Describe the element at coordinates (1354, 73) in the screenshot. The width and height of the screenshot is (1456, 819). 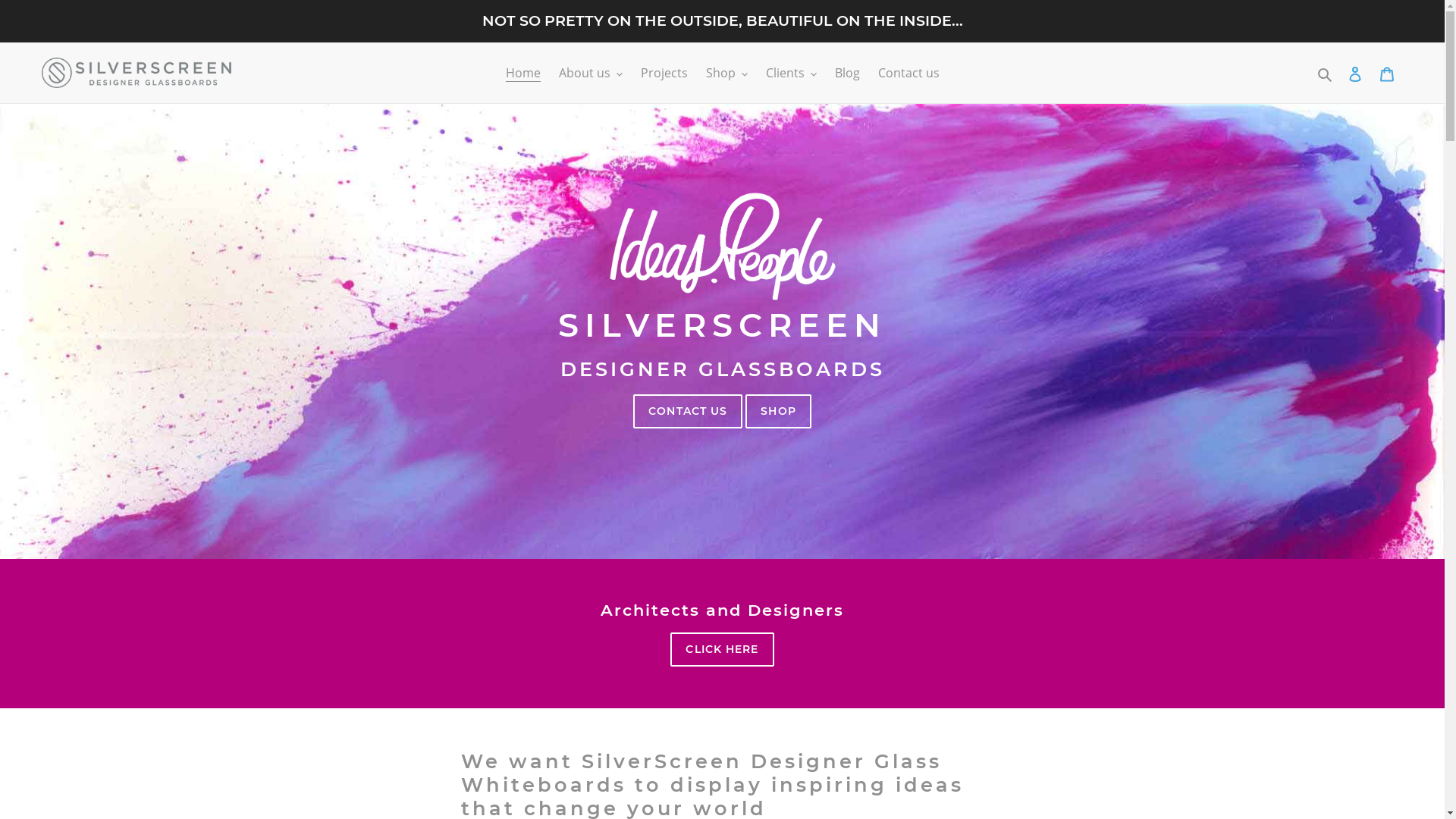
I see `'Log in'` at that location.